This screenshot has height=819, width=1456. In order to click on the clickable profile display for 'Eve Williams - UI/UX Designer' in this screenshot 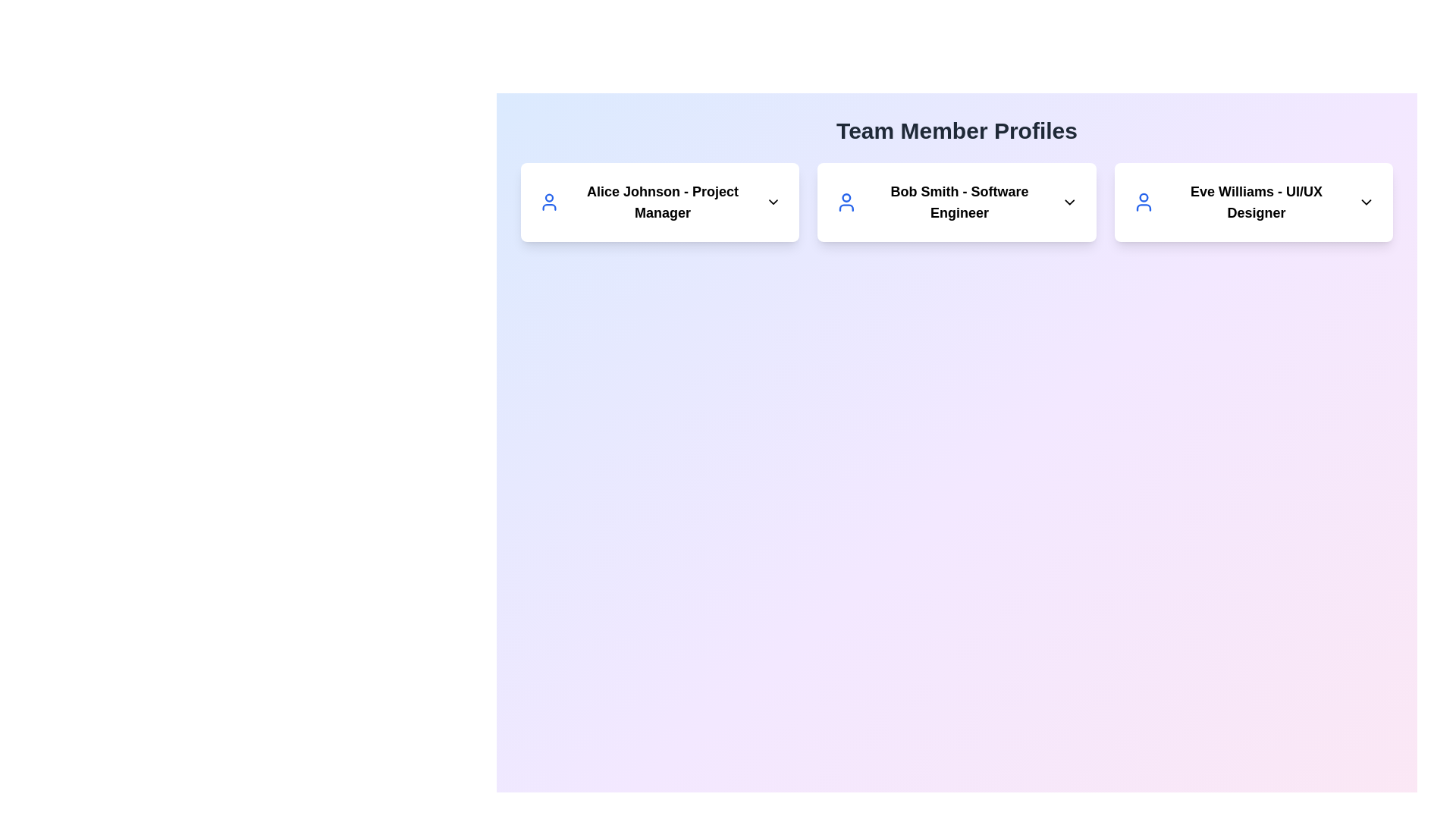, I will do `click(1254, 201)`.